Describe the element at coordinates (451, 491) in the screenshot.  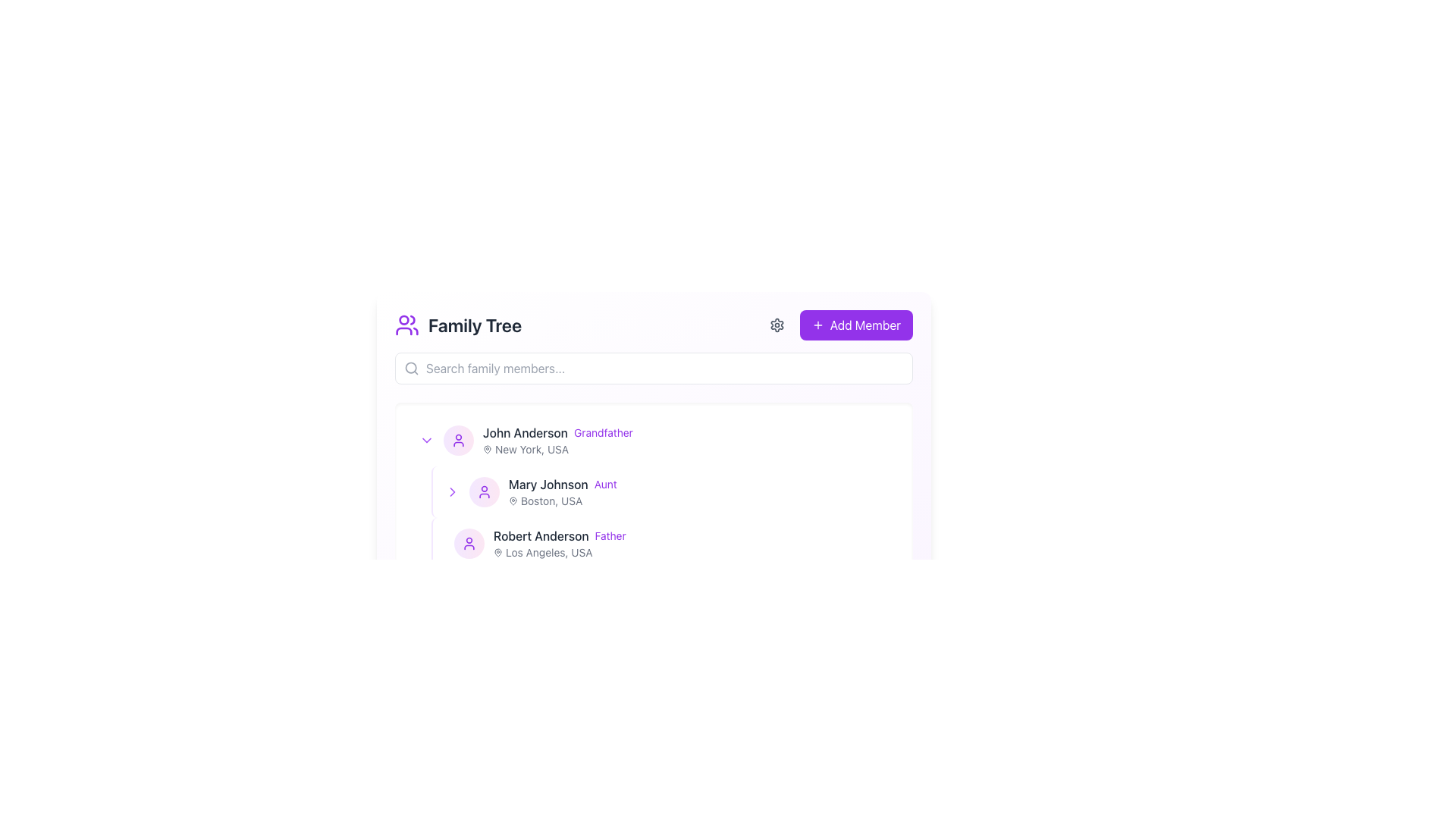
I see `the interactive chevron button styled in purple, located next to the profile picture of 'Mary Johnson' in the 'Family Tree' list view` at that location.